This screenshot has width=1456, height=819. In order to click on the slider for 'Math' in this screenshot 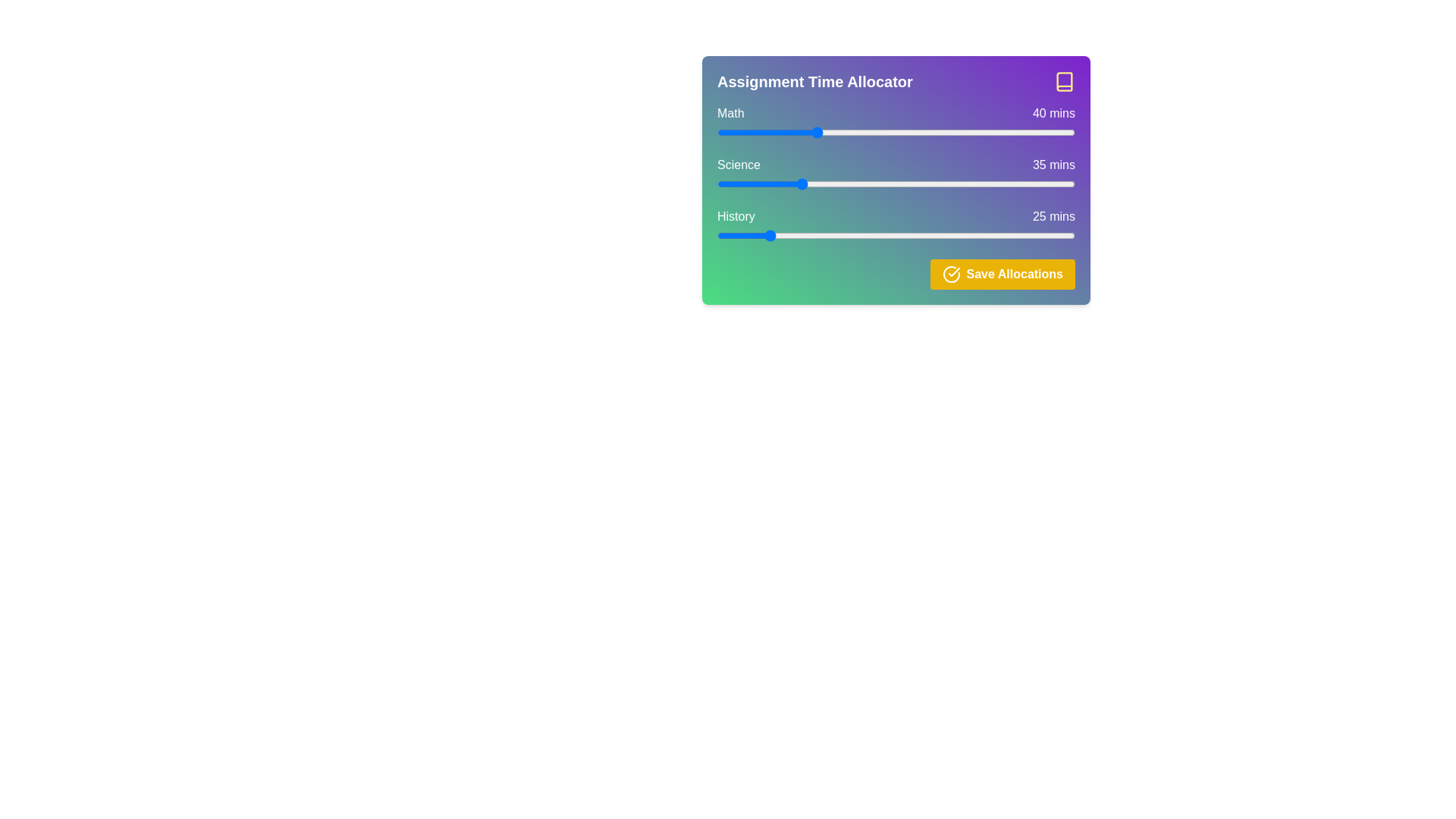, I will do `click(947, 131)`.